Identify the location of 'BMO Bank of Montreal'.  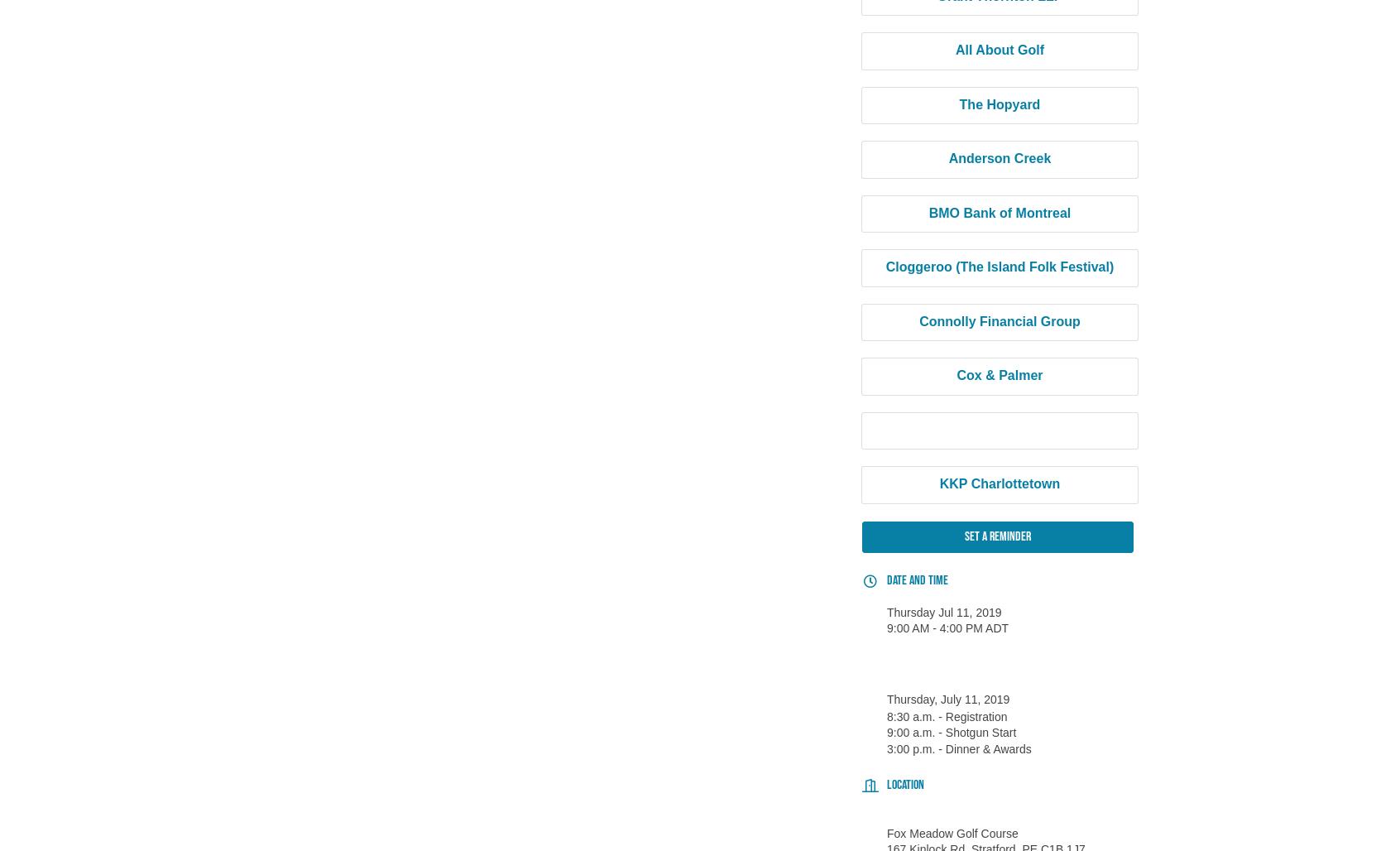
(999, 211).